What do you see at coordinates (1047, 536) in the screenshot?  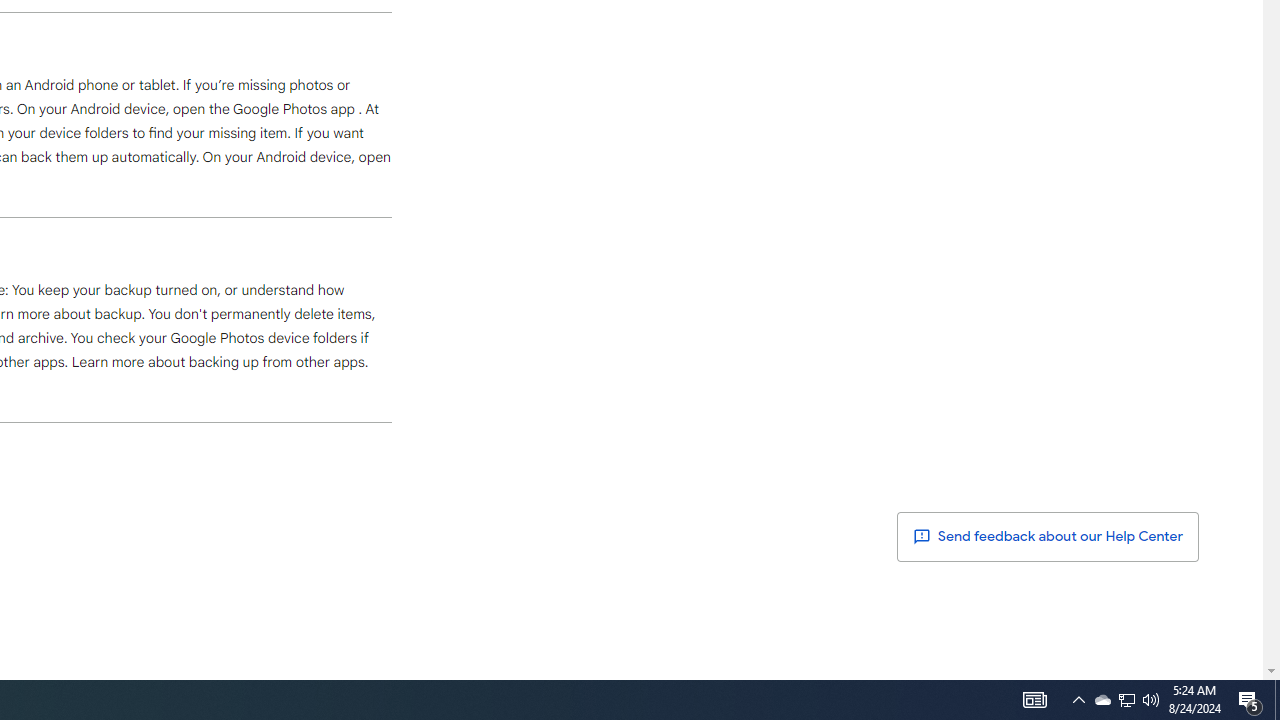 I see `' Send feedback about our Help Center'` at bounding box center [1047, 536].